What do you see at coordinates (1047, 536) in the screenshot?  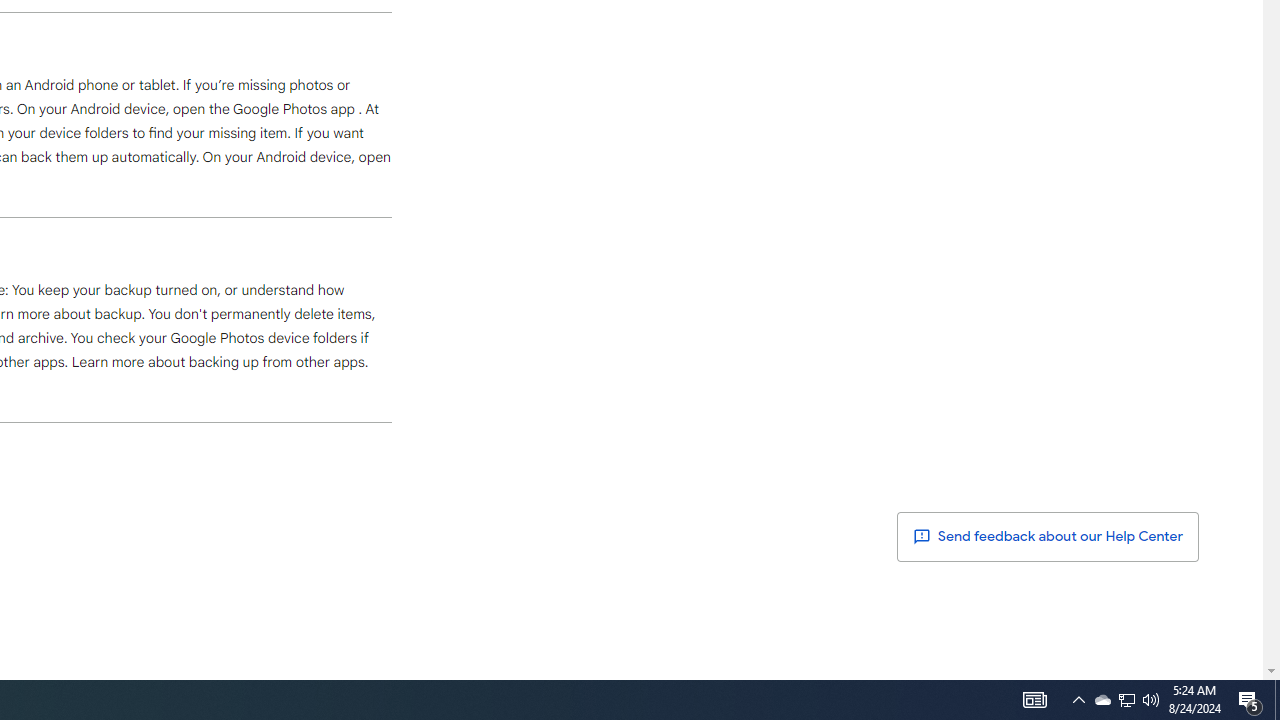 I see `' Send feedback about our Help Center'` at bounding box center [1047, 536].